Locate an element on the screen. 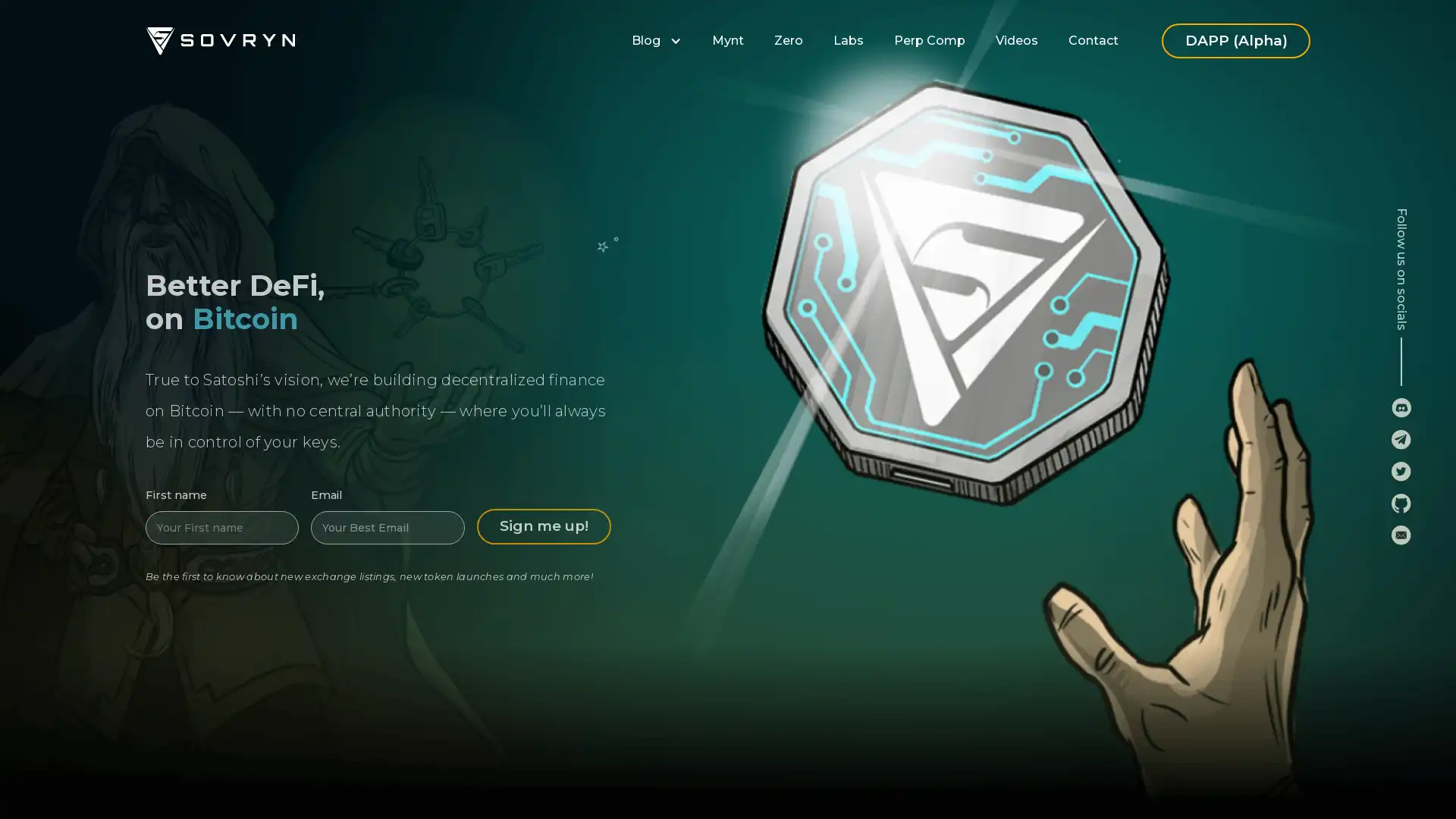  Sign me up! is located at coordinates (543, 507).